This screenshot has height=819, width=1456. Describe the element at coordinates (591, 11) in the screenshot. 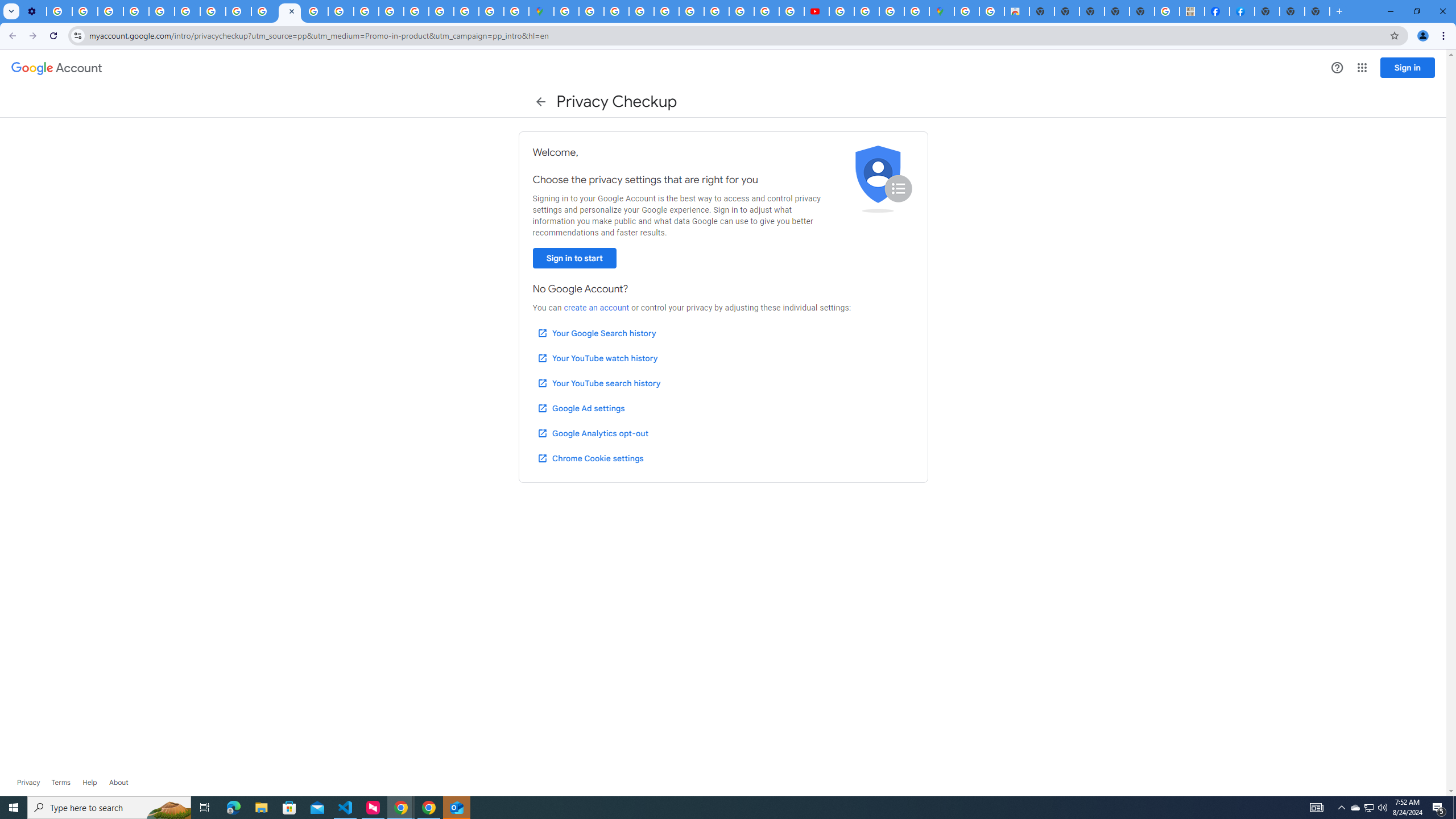

I see `'Sign in - Google Accounts'` at that location.